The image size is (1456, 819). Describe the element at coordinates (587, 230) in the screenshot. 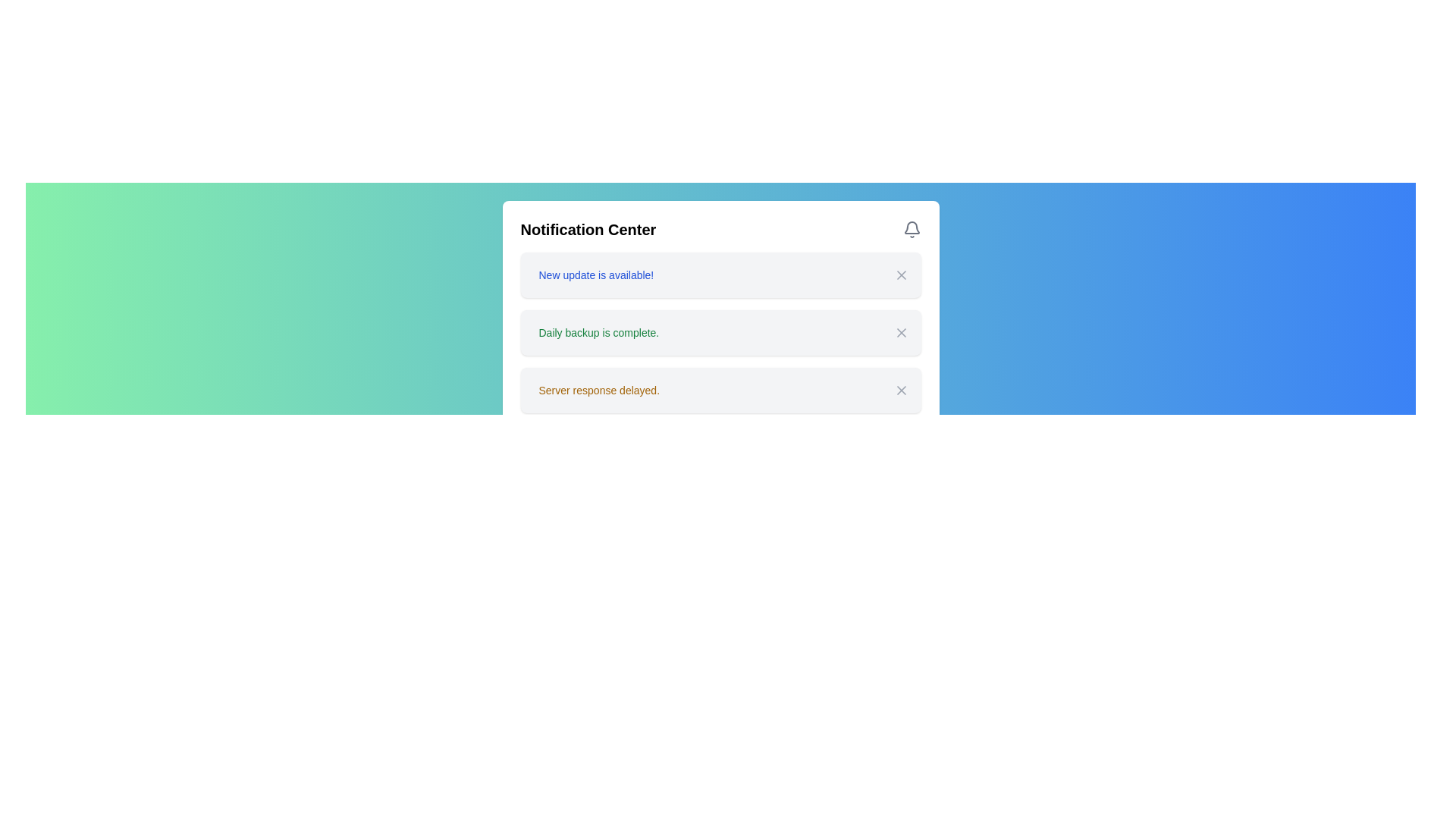

I see `bold-text title 'Notification Center' located at the top left of the notification widget` at that location.